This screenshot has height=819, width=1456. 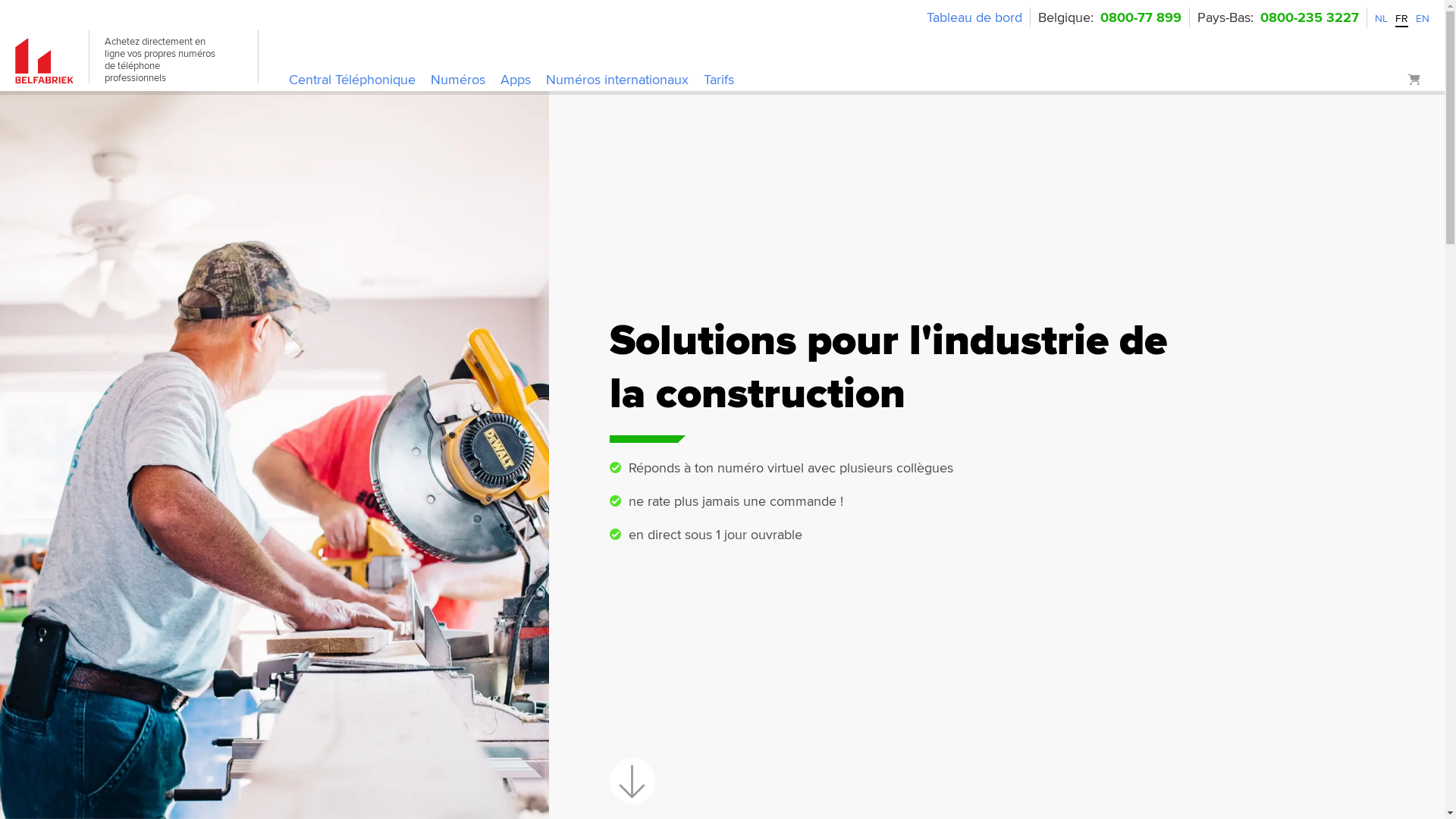 What do you see at coordinates (1401, 18) in the screenshot?
I see `'FR'` at bounding box center [1401, 18].